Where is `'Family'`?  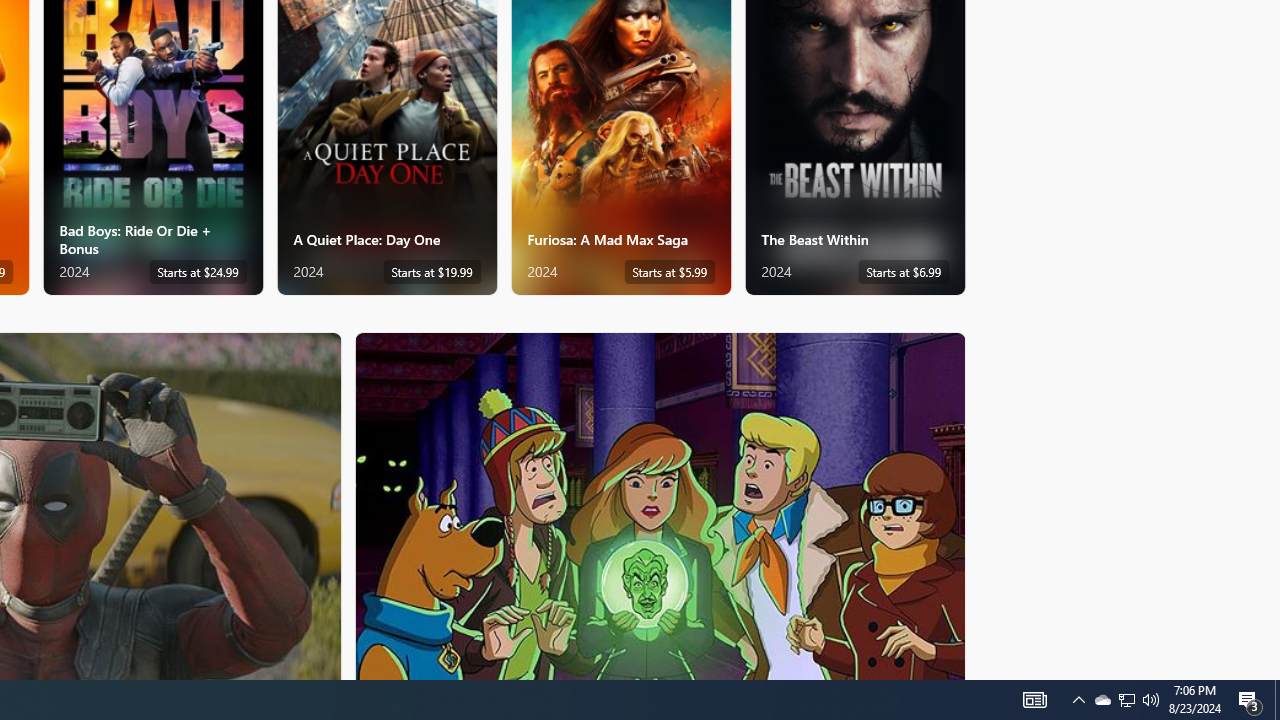
'Family' is located at coordinates (660, 504).